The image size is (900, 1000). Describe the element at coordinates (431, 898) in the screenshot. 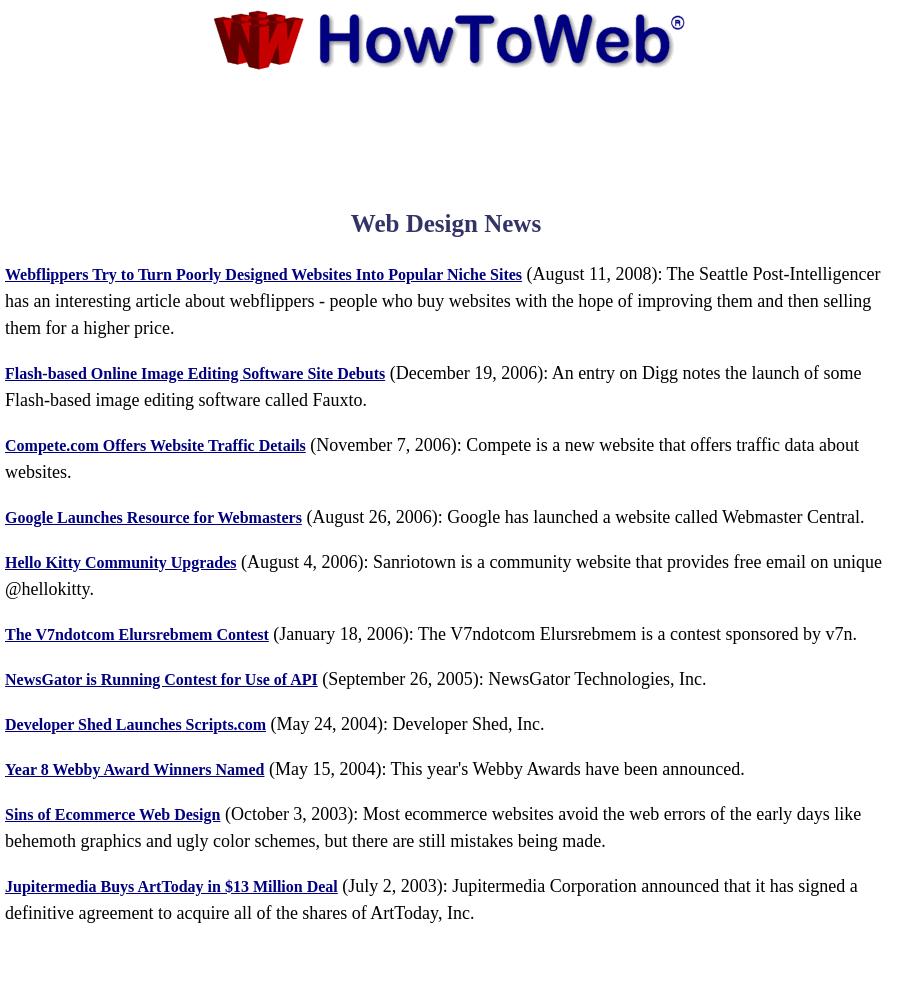

I see `'(July 2, 2003): Jupitermedia Corporation announced that it has signed a definitive agreement to acquire all of the shares of ArtToday, Inc.'` at that location.